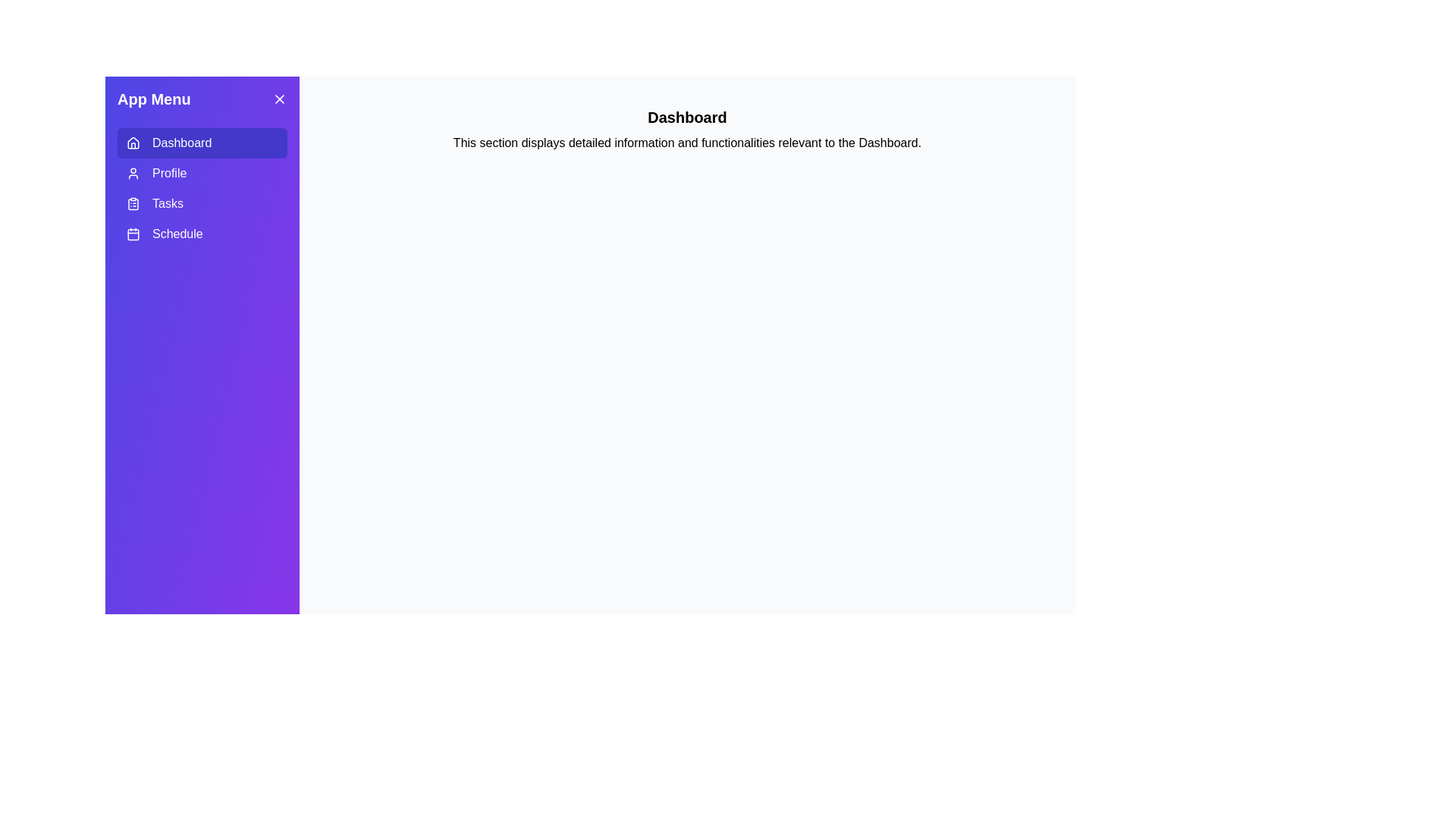  What do you see at coordinates (280, 99) in the screenshot?
I see `close button (X icon) on the drawer to close it` at bounding box center [280, 99].